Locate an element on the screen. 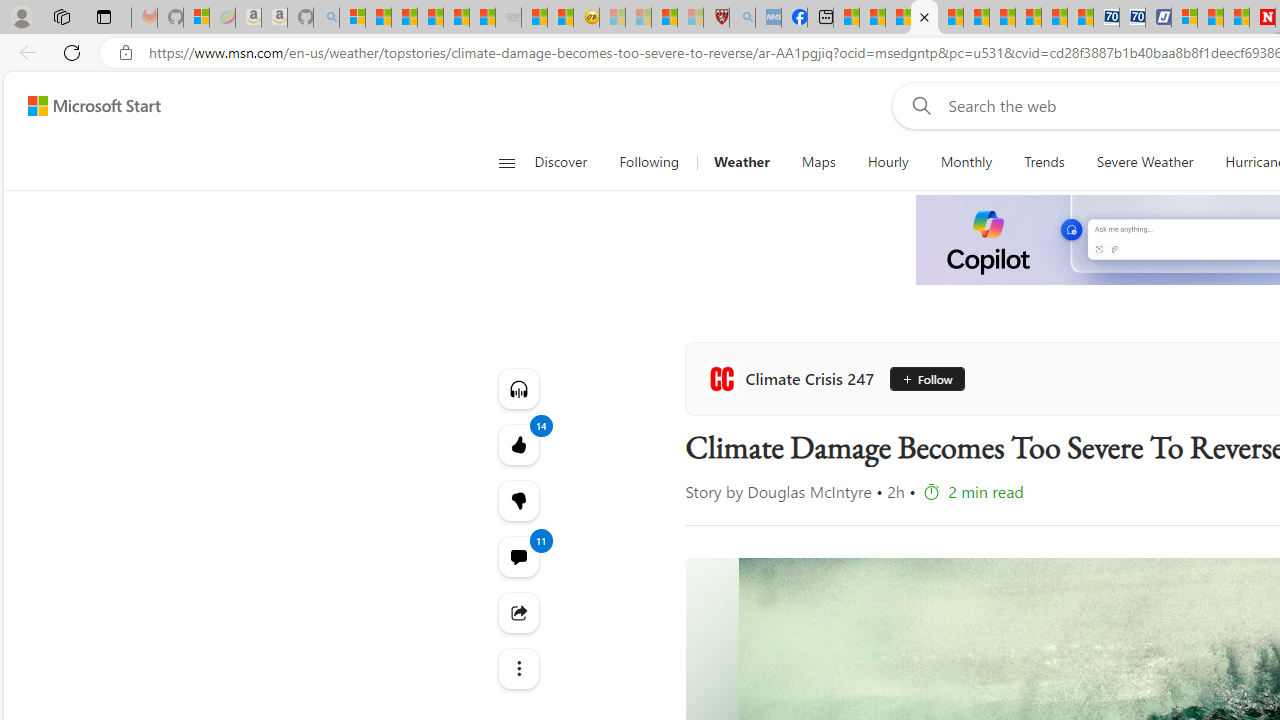 The height and width of the screenshot is (720, 1280). 'Cheap Car Rentals - Save70.com' is located at coordinates (1105, 17).